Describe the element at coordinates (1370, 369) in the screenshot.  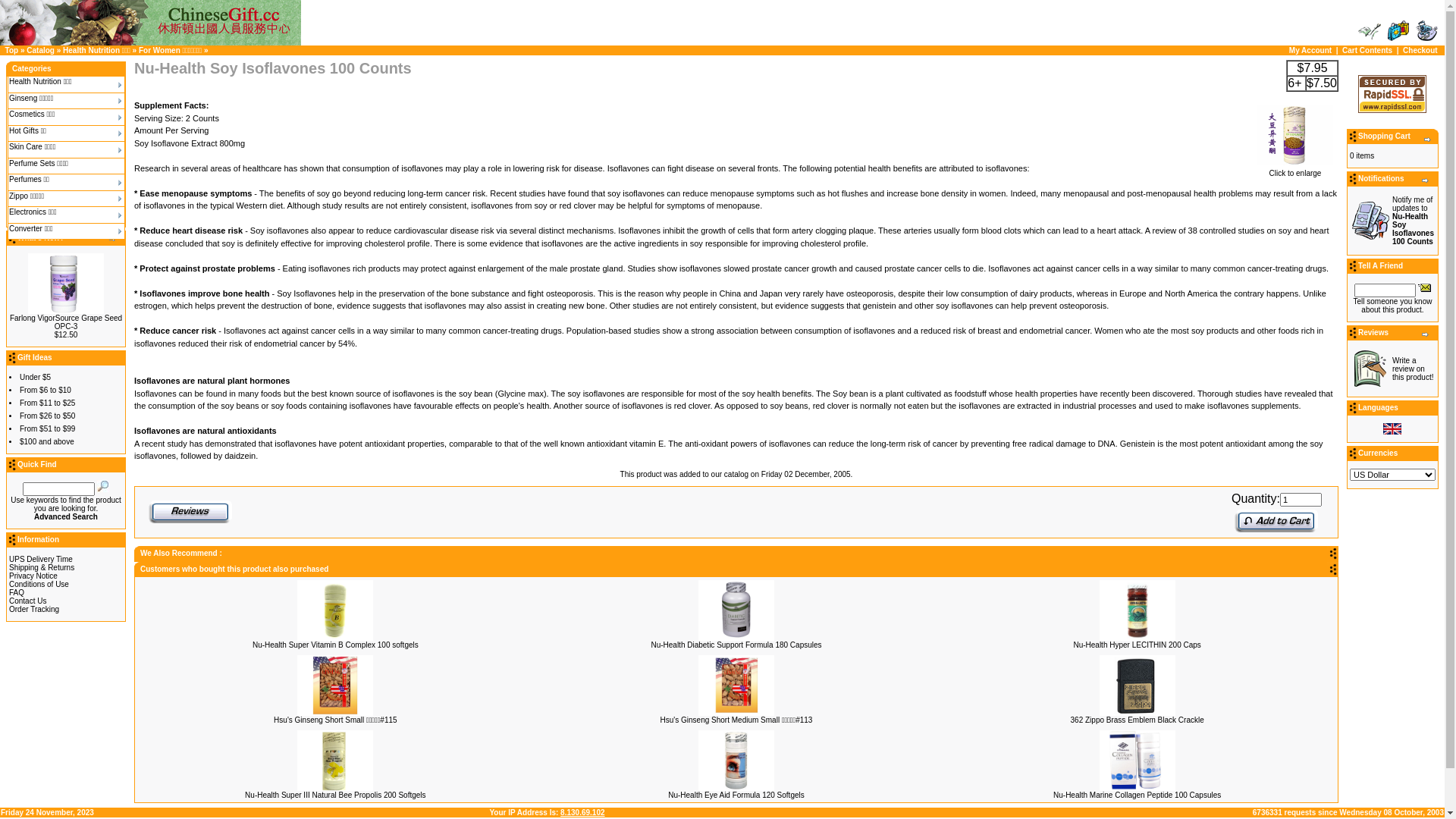
I see `' Write Review '` at that location.